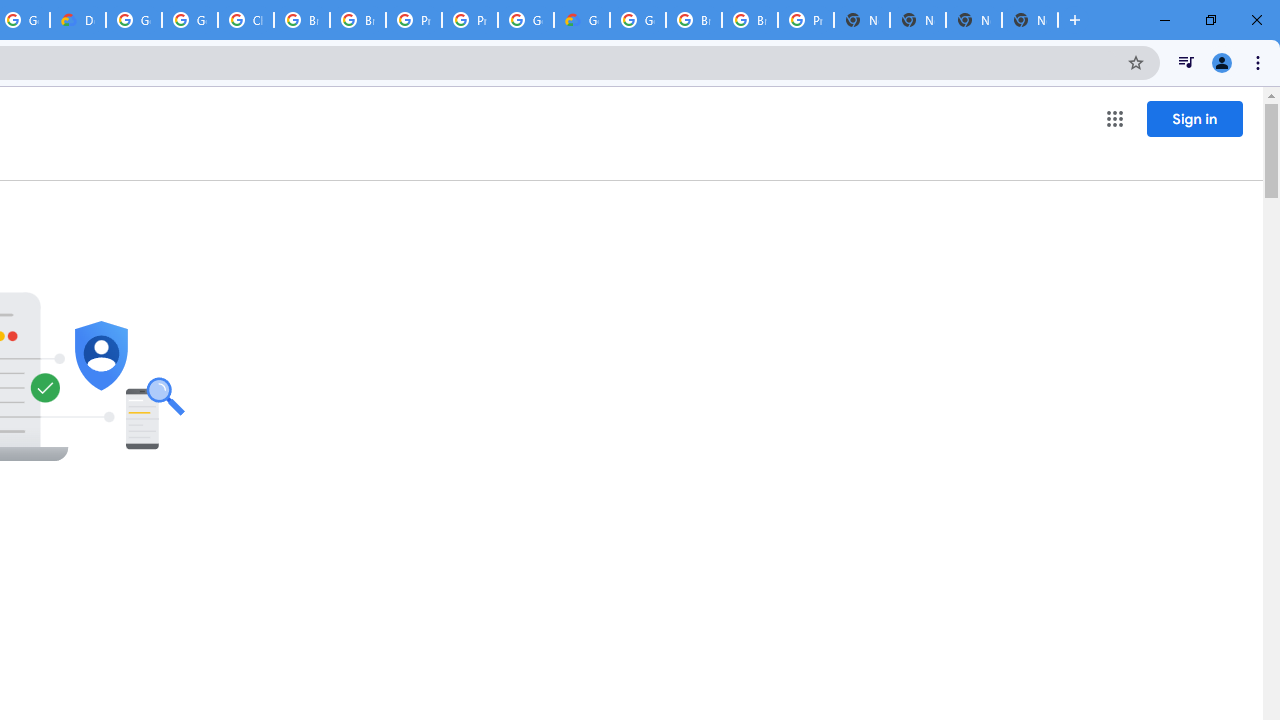 The image size is (1280, 720). What do you see at coordinates (974, 20) in the screenshot?
I see `'New Tab'` at bounding box center [974, 20].